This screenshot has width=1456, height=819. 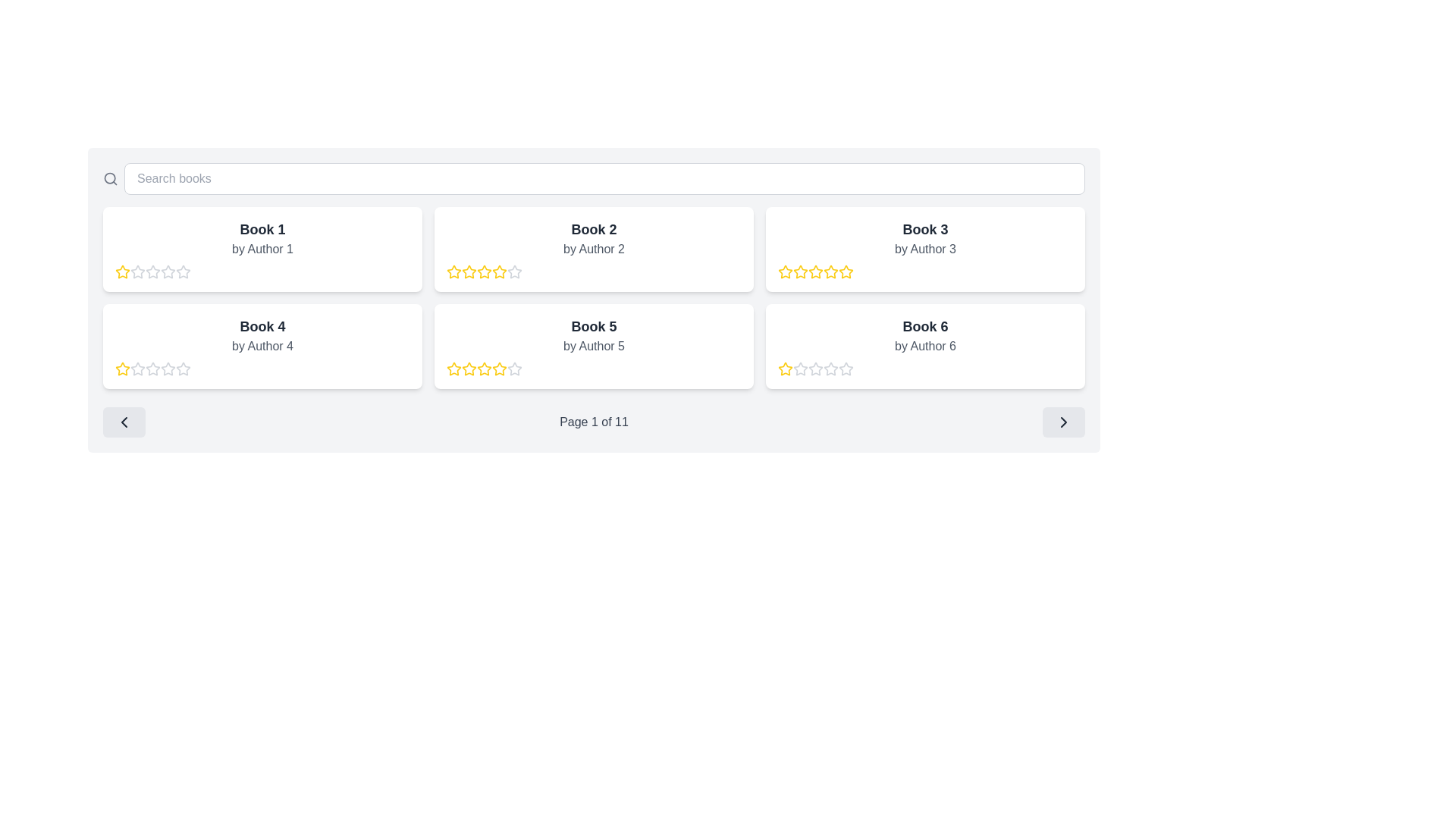 I want to click on the third star in the rating system for 'Book 3', so click(x=830, y=271).